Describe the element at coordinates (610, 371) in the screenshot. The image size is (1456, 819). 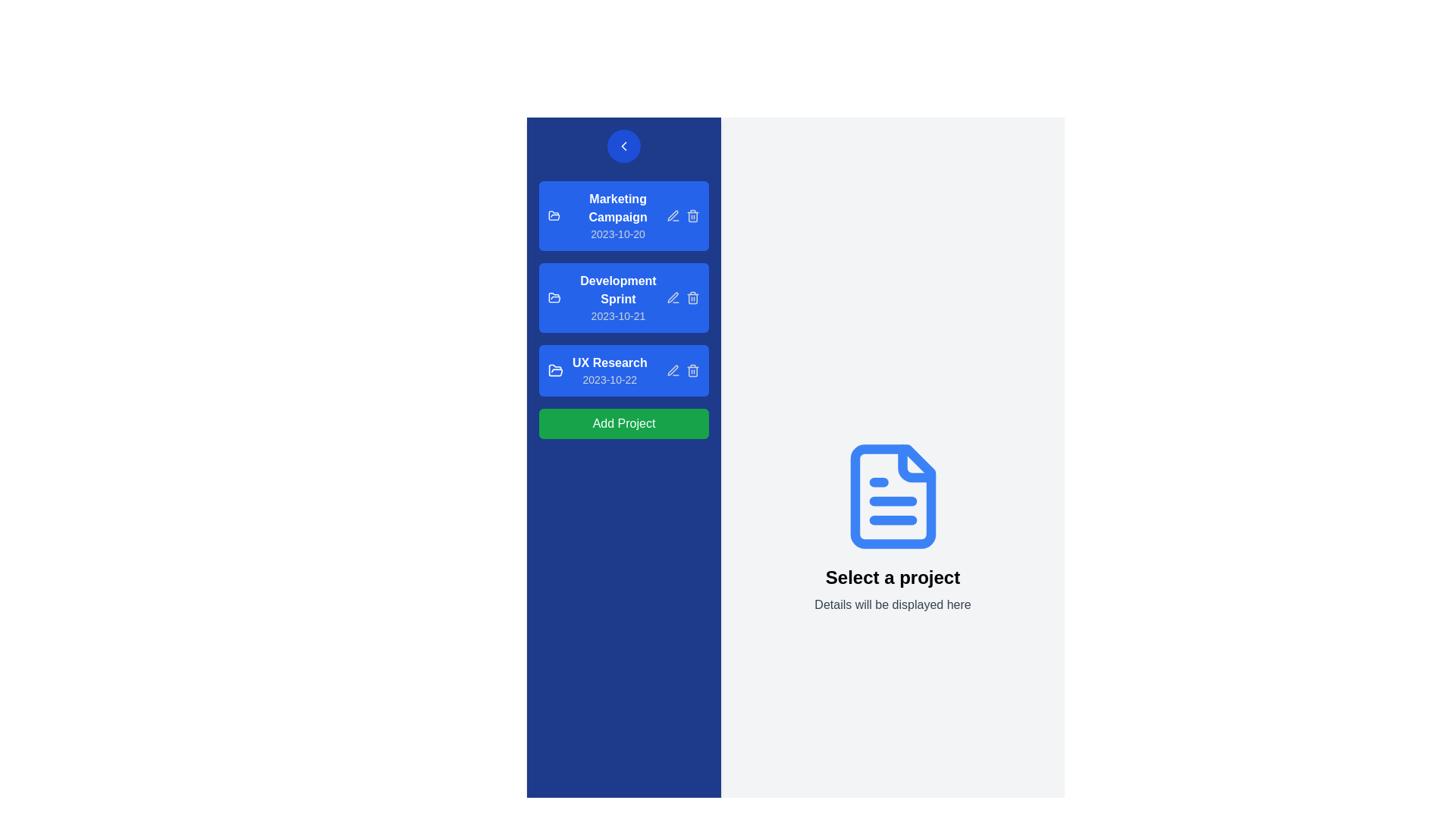
I see `the third list item labeled 'UX Research' within a blue rectangular panel` at that location.